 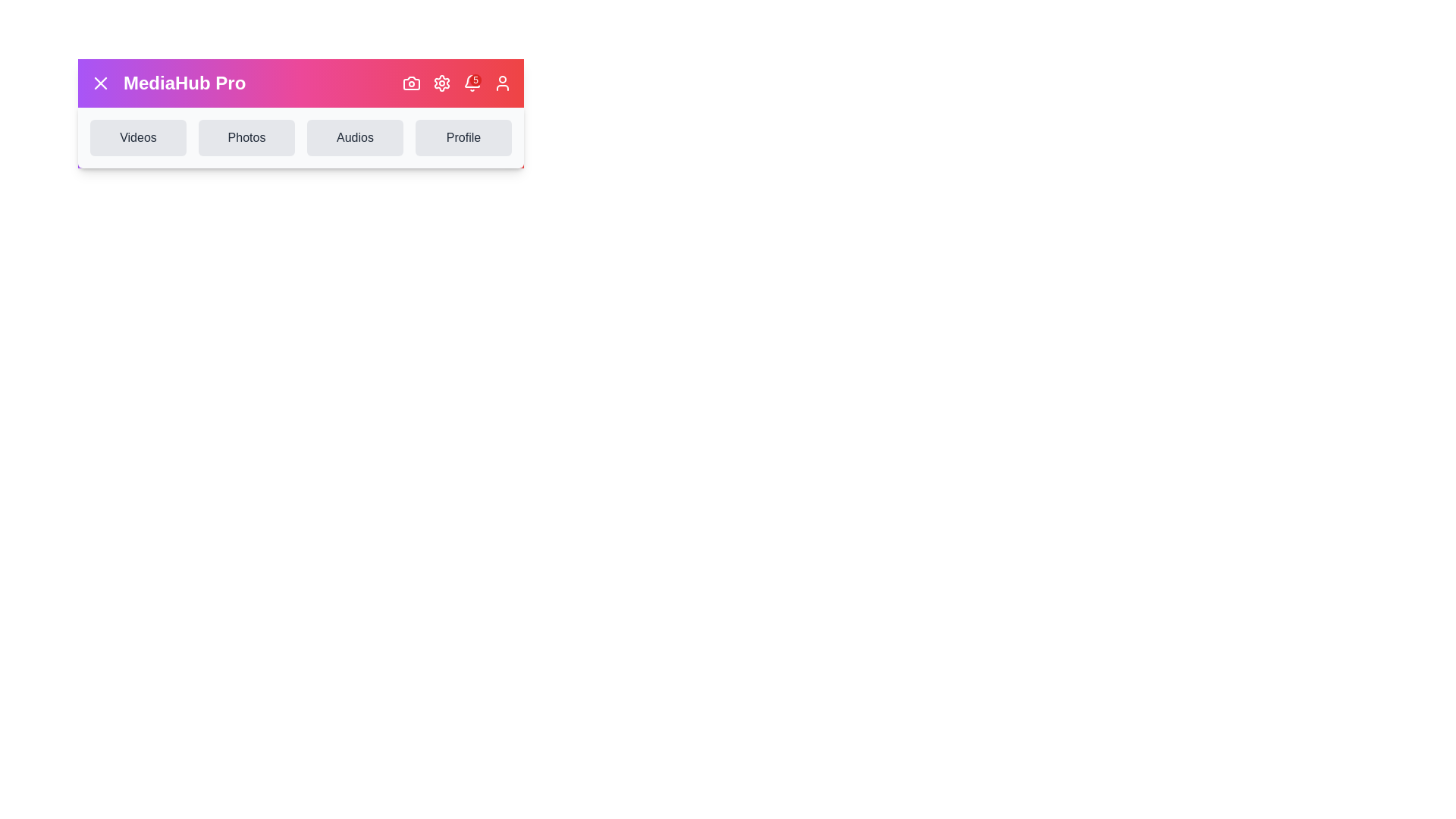 I want to click on the settings icon to open configuration options, so click(x=441, y=83).